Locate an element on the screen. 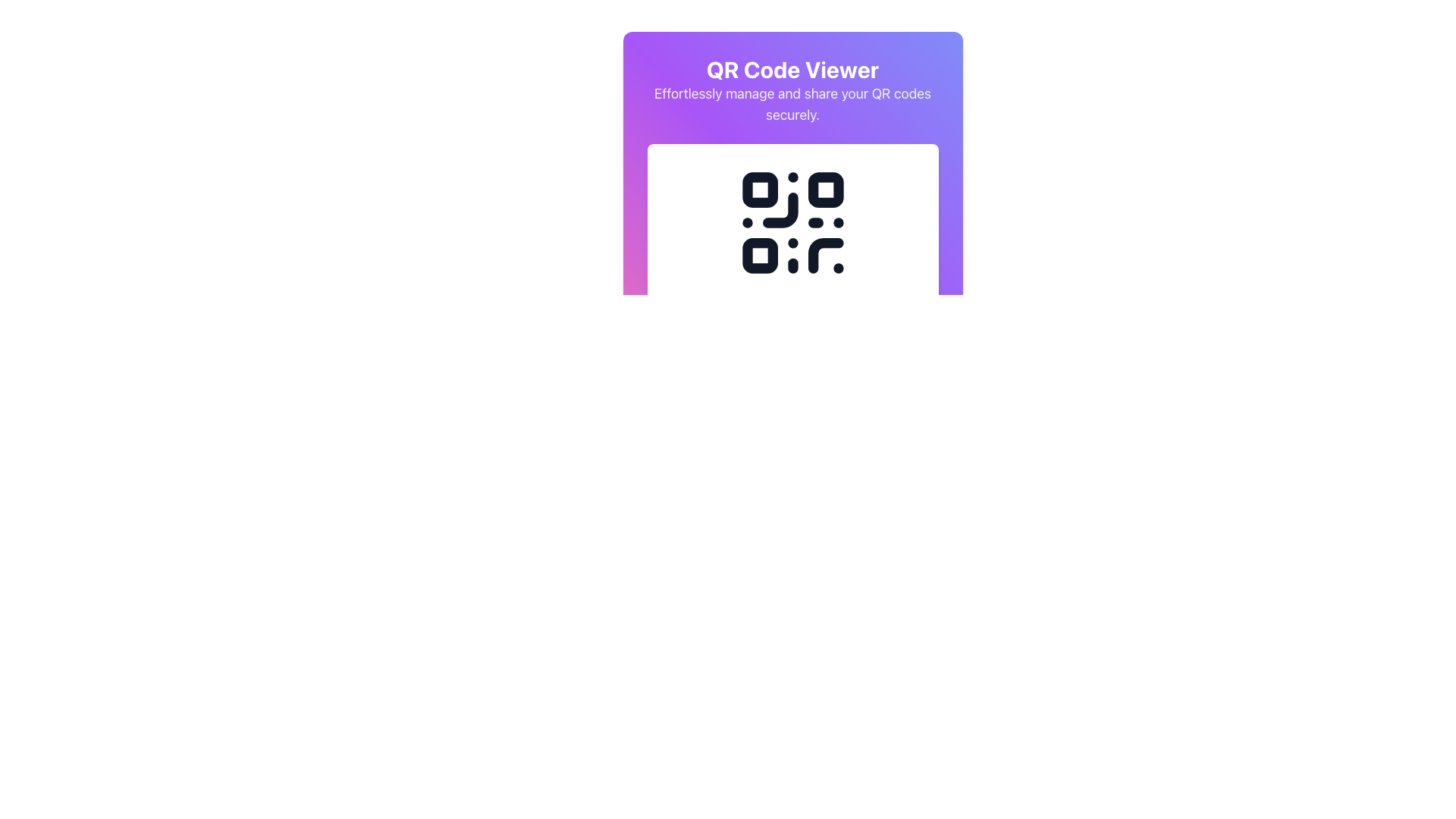  on the centrally located QR Code Display element with a minimalist black design, which is part of a gradient purple-to-pink background is located at coordinates (792, 218).